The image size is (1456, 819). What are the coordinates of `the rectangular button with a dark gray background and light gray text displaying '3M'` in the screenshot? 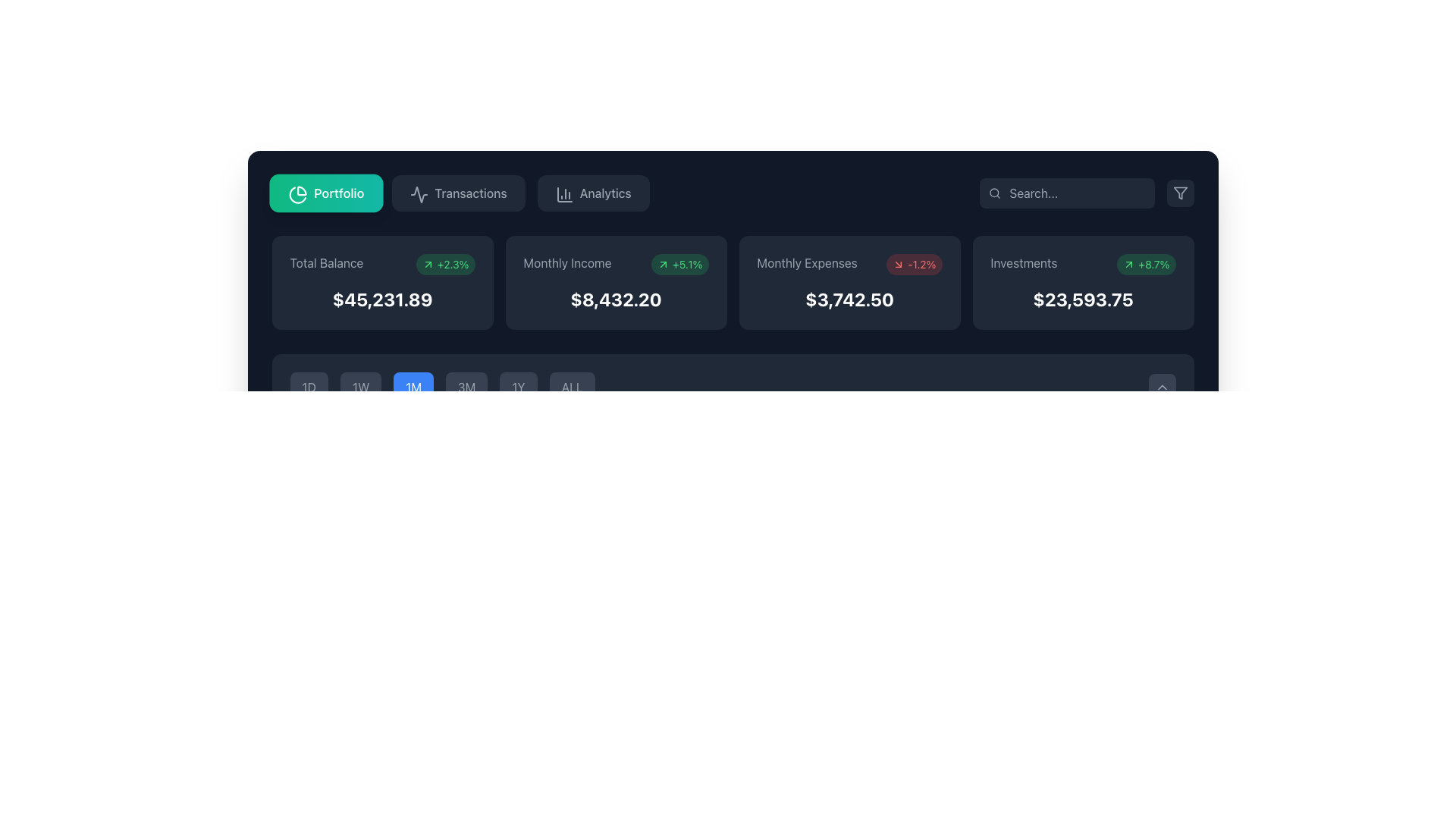 It's located at (466, 386).